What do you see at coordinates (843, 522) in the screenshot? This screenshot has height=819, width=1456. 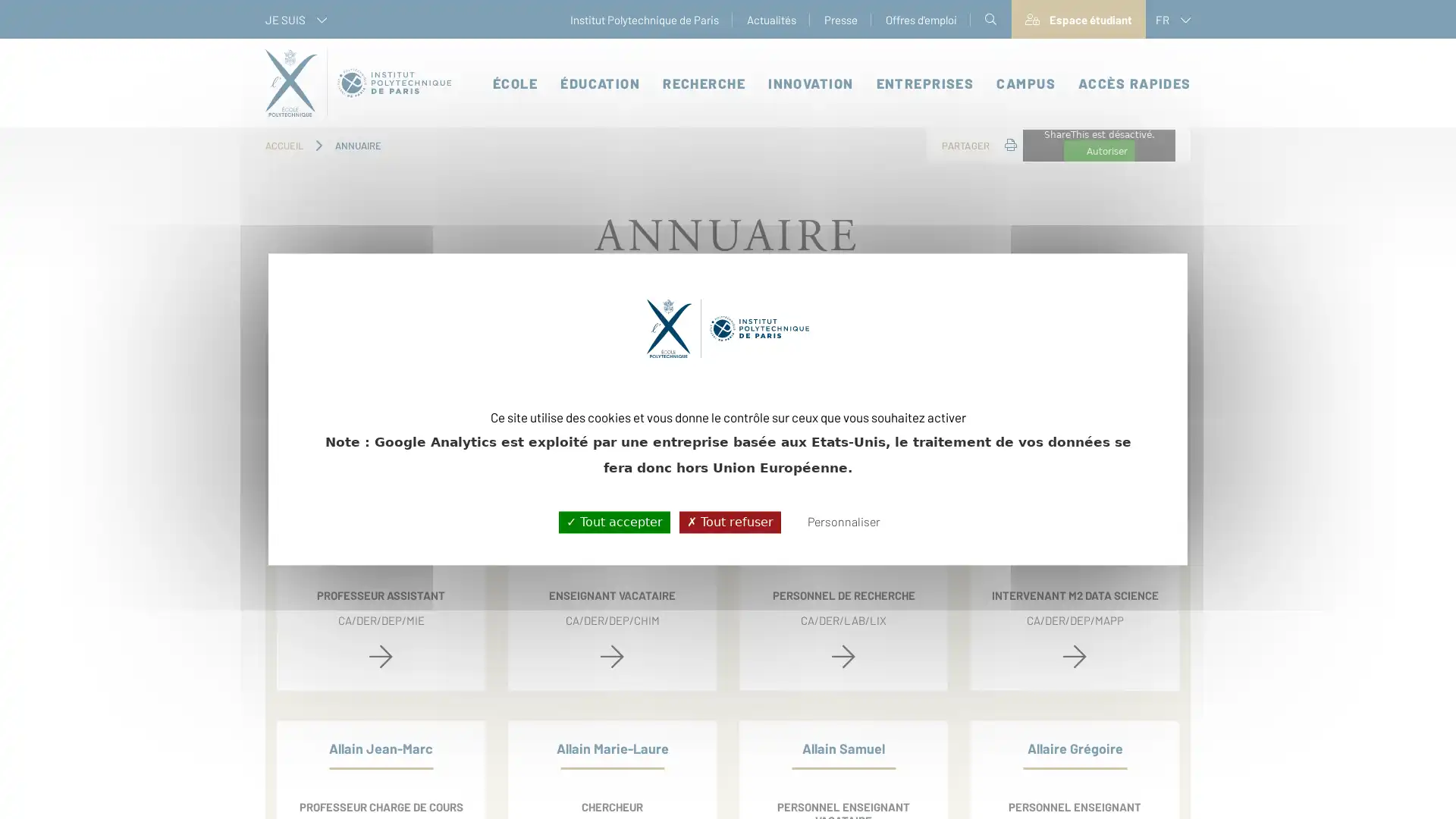 I see `Personnaliser (fenetre modale)` at bounding box center [843, 522].